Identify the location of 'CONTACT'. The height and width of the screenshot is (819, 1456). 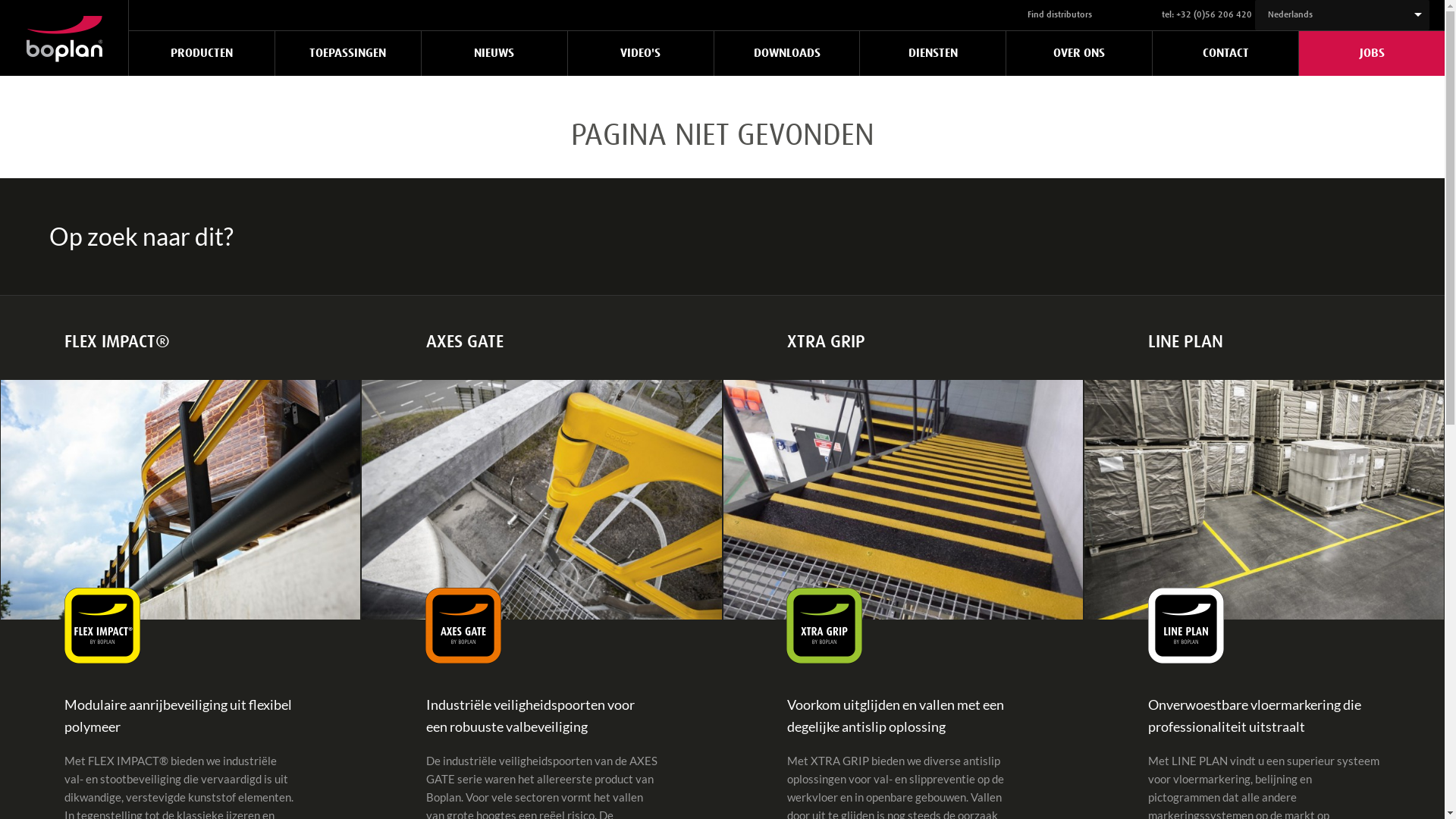
(1225, 52).